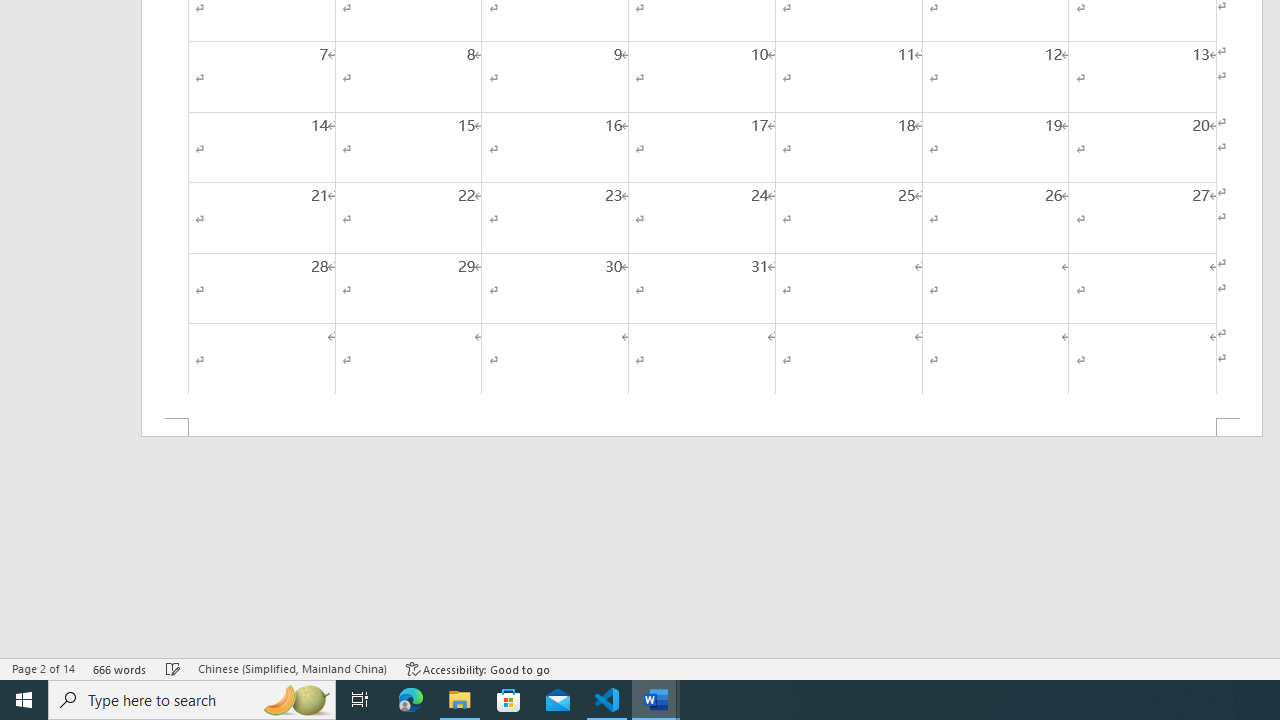 The height and width of the screenshot is (720, 1280). Describe the element at coordinates (119, 669) in the screenshot. I see `'Word Count 666 words'` at that location.